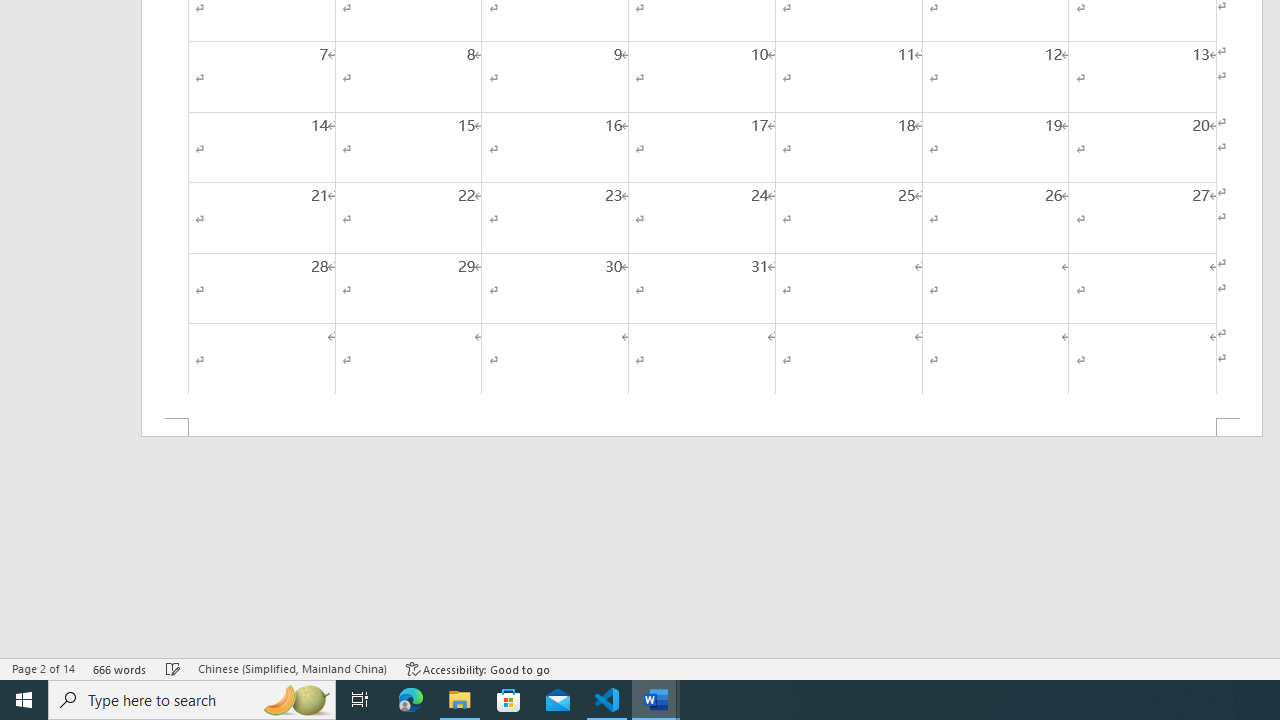 The height and width of the screenshot is (720, 1280). Describe the element at coordinates (119, 669) in the screenshot. I see `'Word Count 666 words'` at that location.